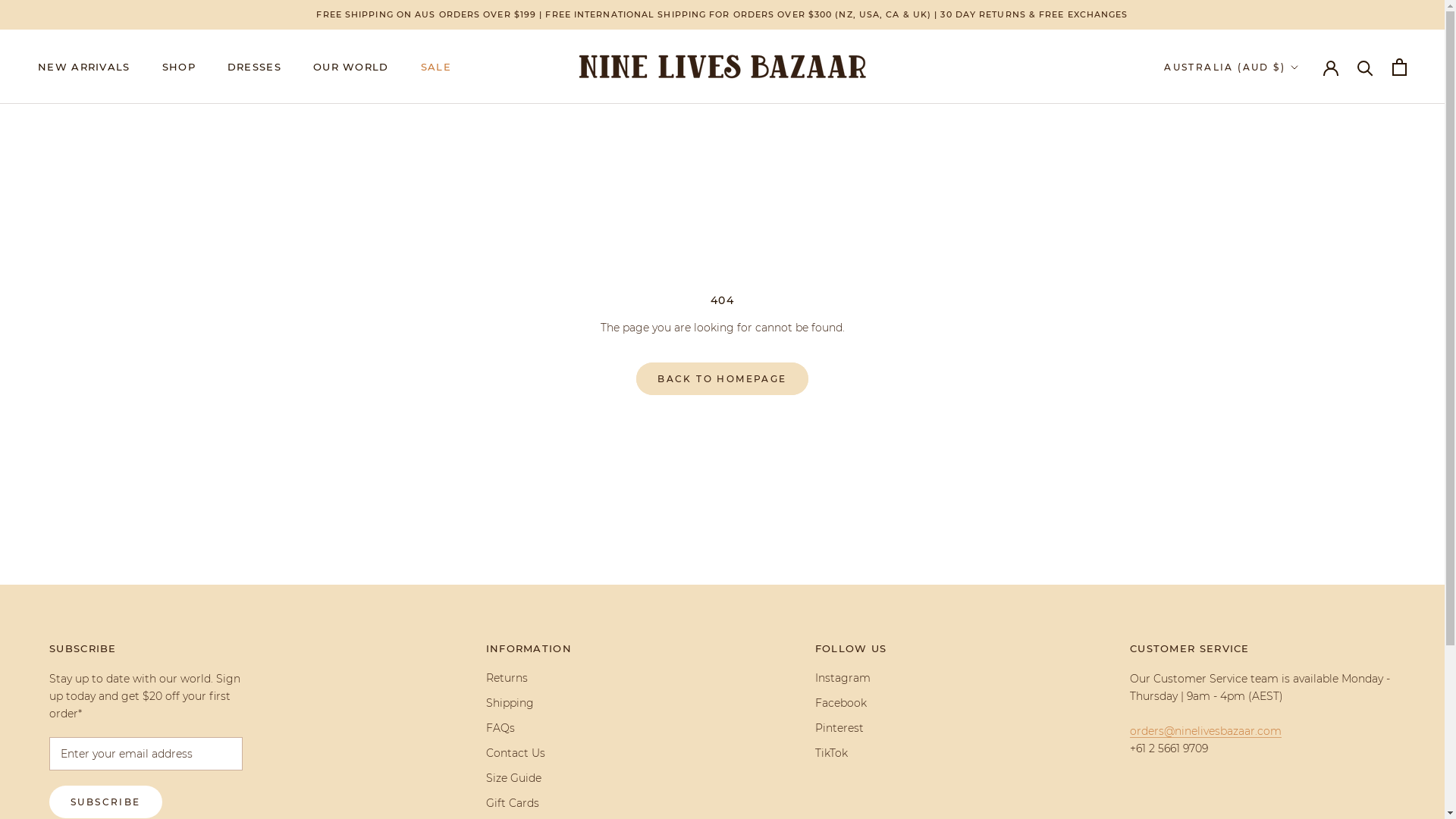 Image resolution: width=1456 pixels, height=819 pixels. I want to click on 'orders@ninelivesbazaar.com', so click(1204, 730).